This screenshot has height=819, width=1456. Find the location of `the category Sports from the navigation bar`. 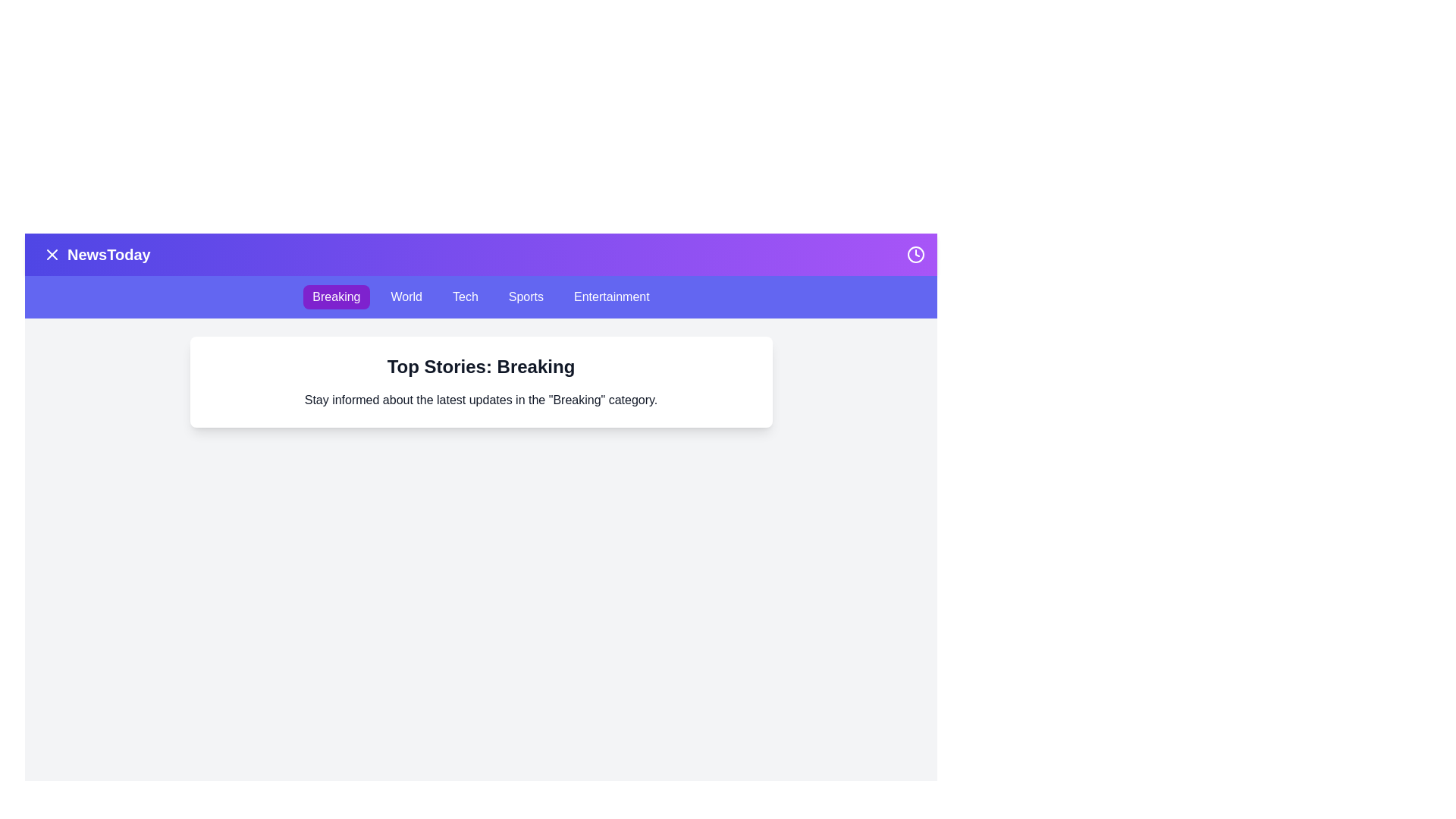

the category Sports from the navigation bar is located at coordinates (526, 297).